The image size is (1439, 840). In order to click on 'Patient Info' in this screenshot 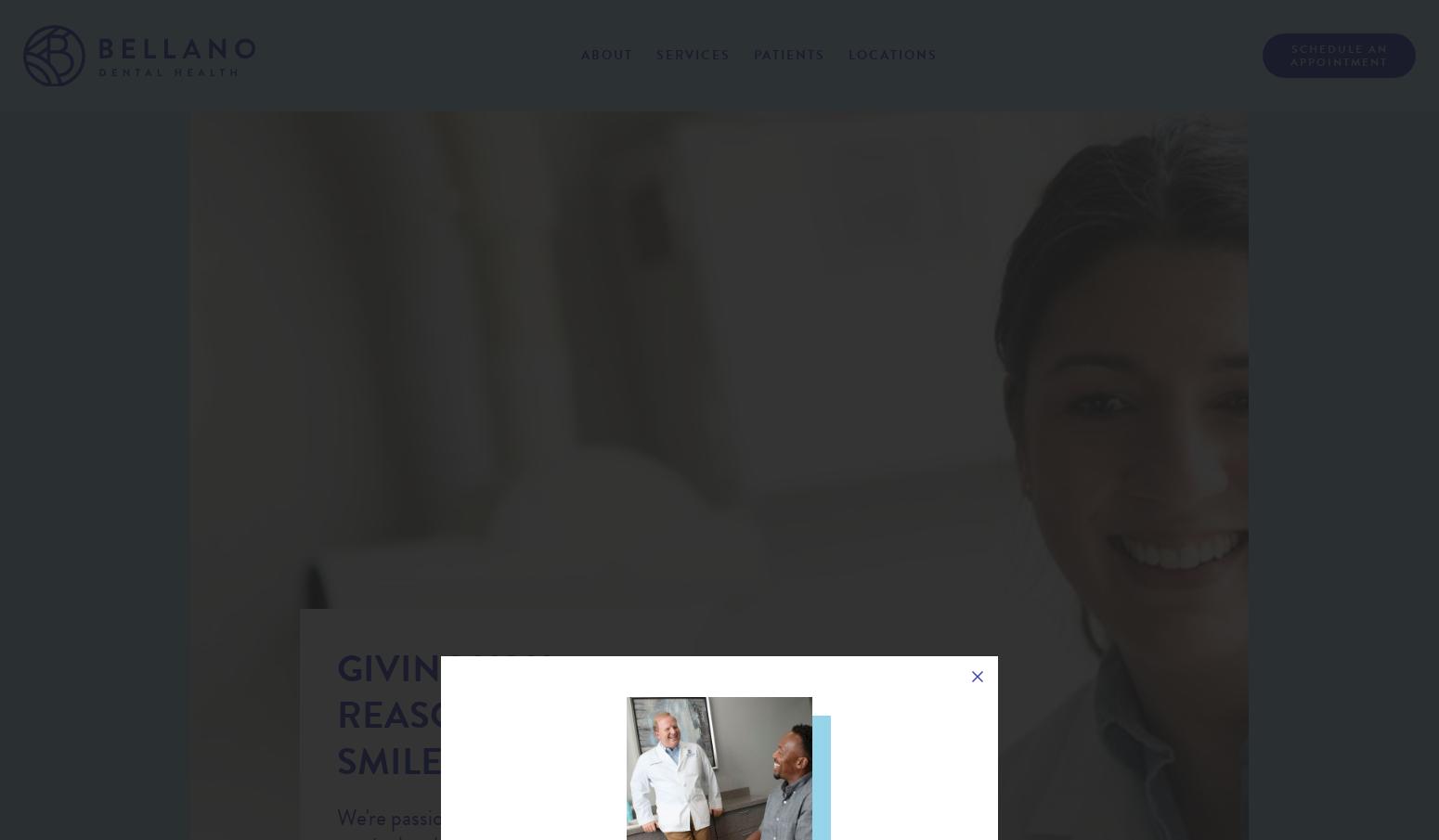, I will do `click(813, 86)`.